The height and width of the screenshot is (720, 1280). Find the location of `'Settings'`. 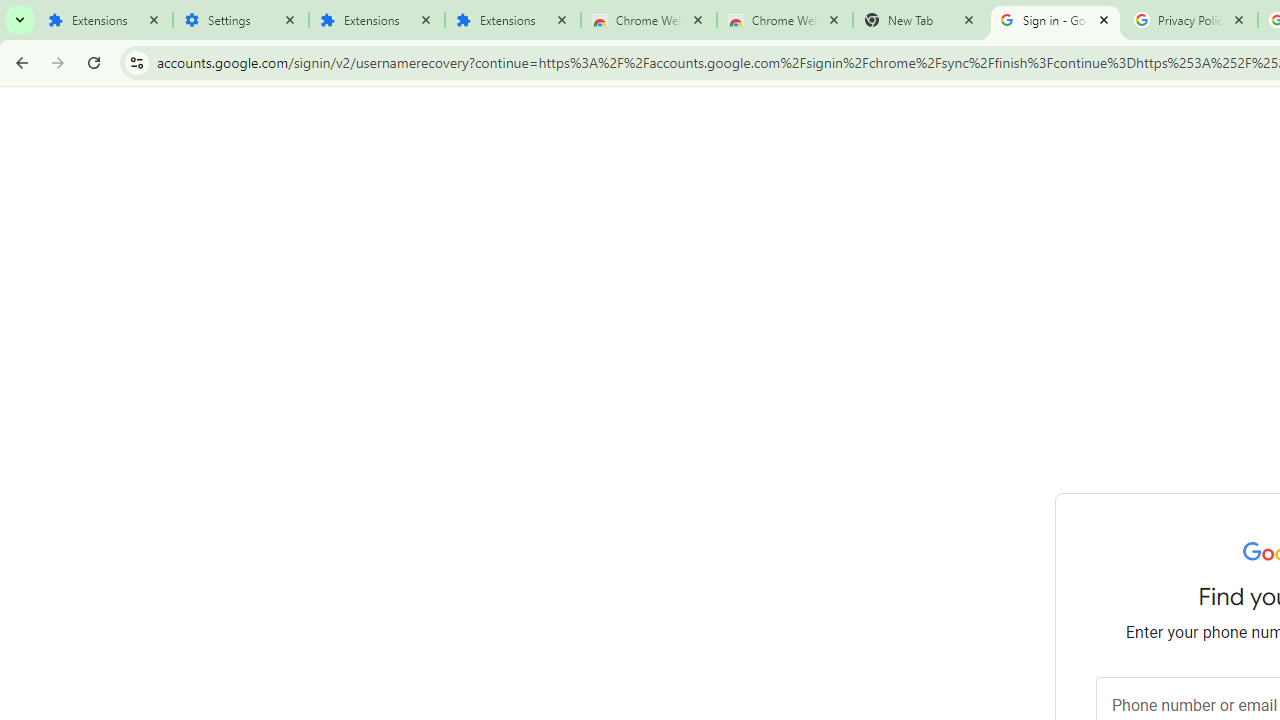

'Settings' is located at coordinates (240, 20).